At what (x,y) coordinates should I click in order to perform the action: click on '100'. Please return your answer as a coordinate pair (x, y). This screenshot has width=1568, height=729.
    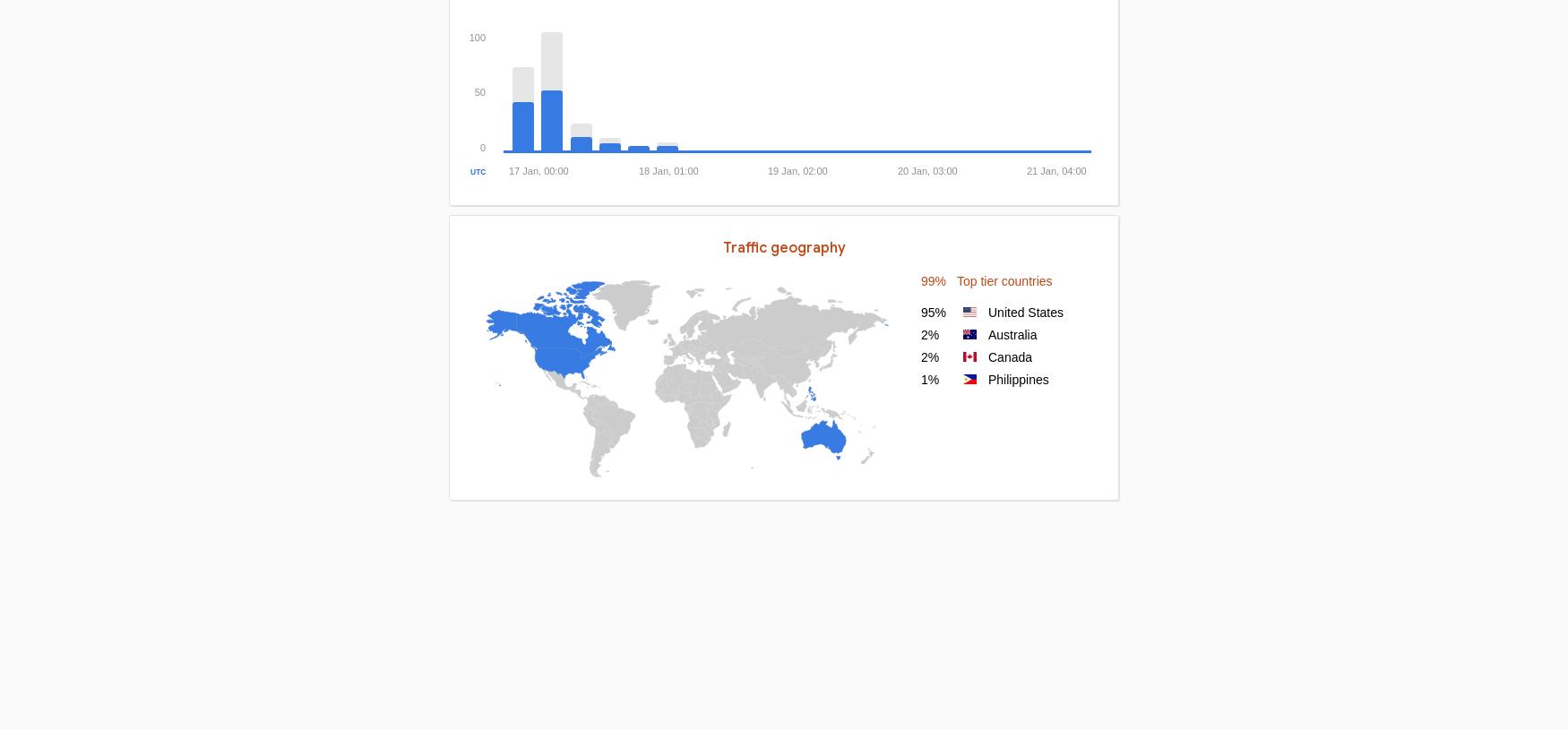
    Looking at the image, I should click on (476, 37).